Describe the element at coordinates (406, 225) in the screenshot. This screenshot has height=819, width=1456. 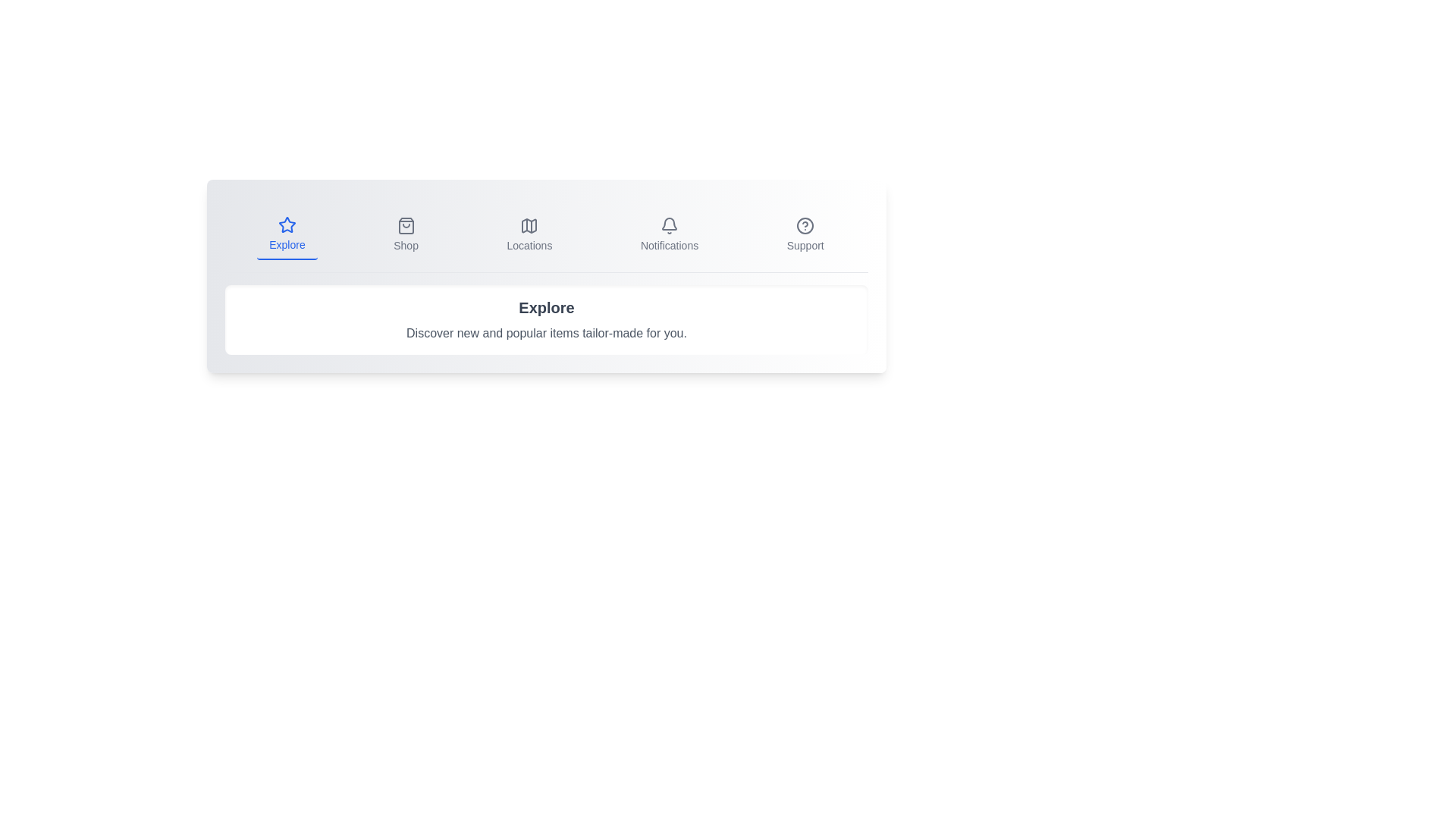
I see `the shopping bag icon in the navigation bar` at that location.